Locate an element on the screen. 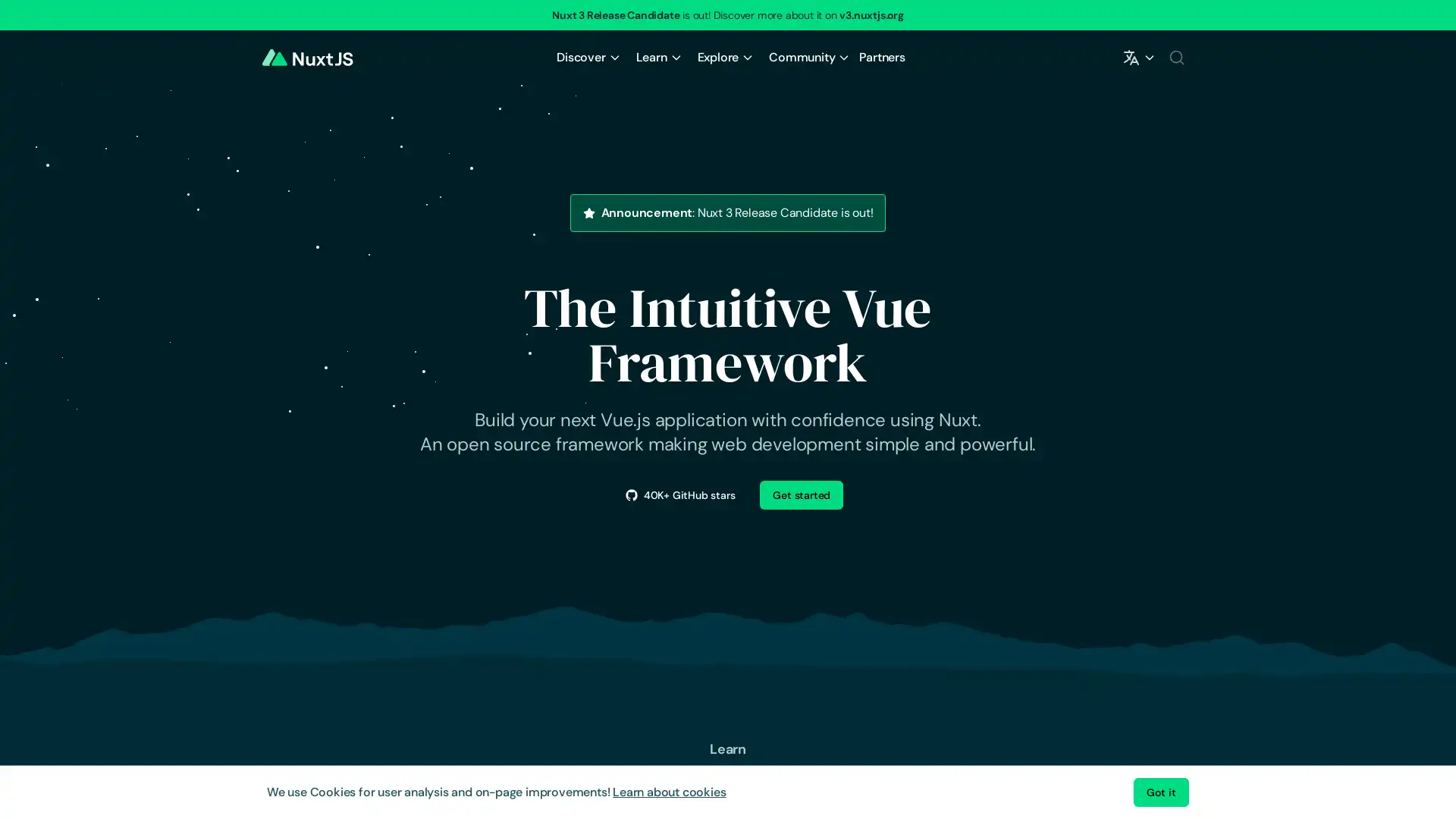 Image resolution: width=1456 pixels, height=819 pixels. Search is located at coordinates (1175, 57).